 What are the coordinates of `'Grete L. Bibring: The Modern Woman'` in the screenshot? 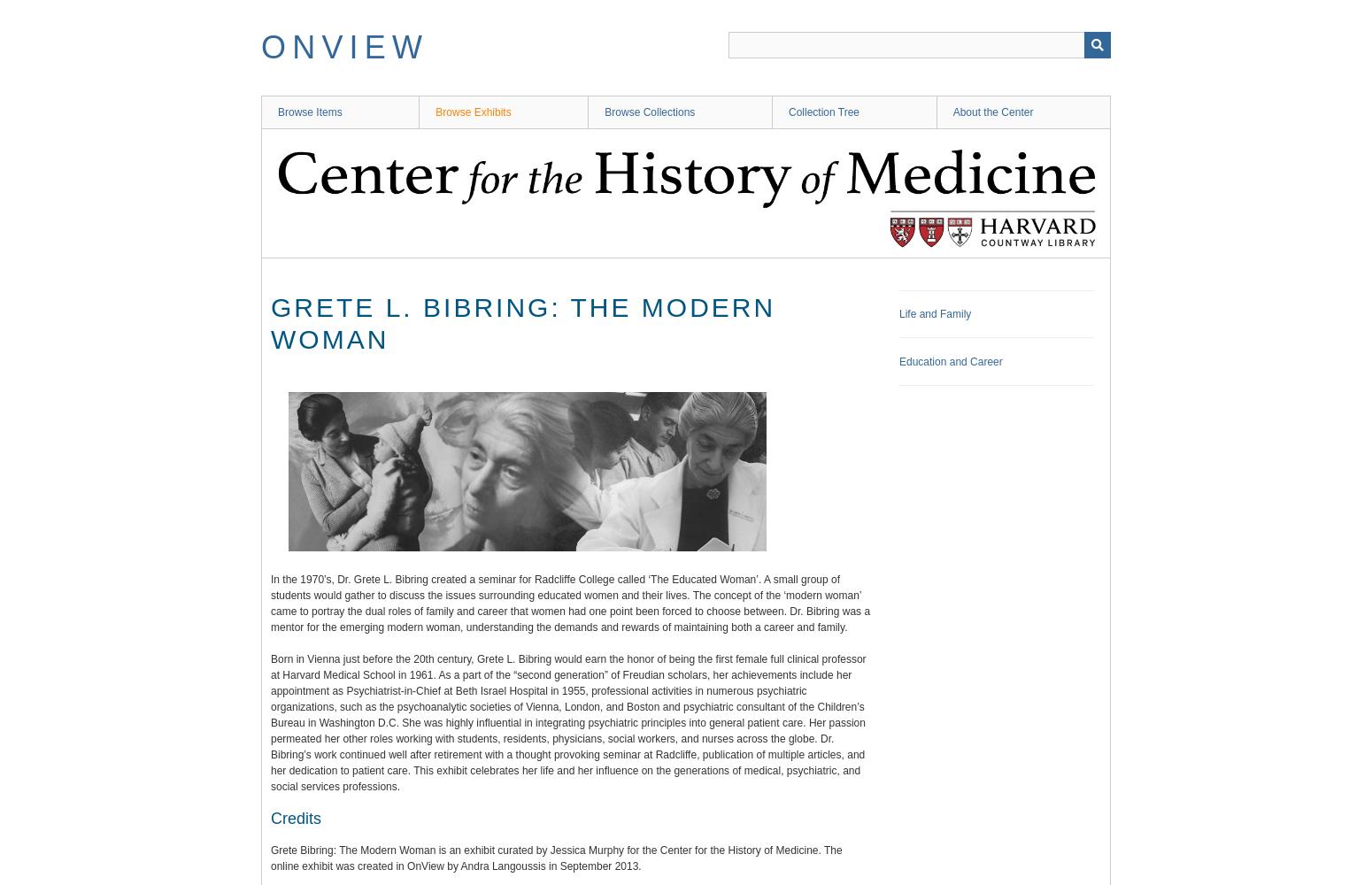 It's located at (270, 322).